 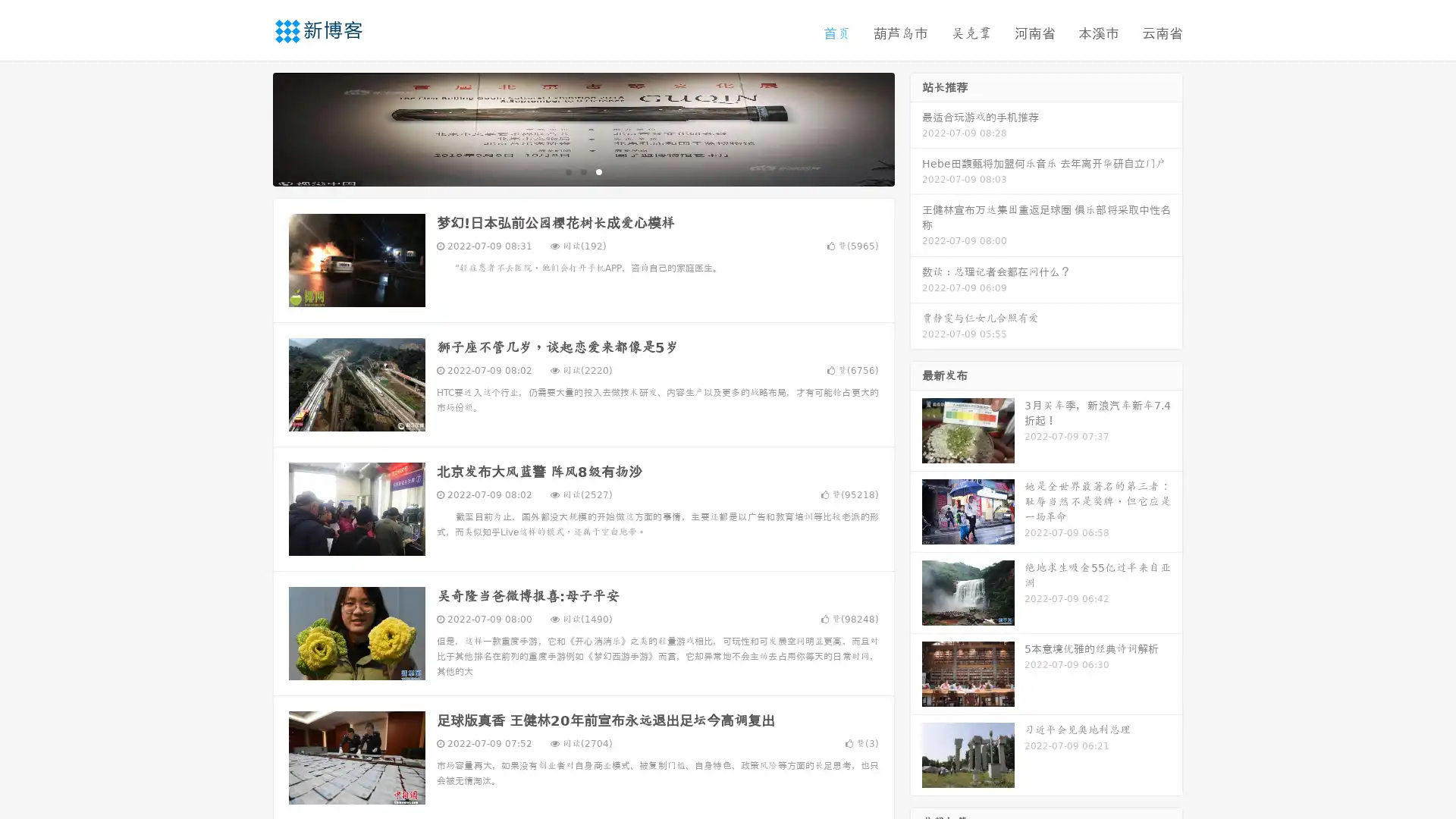 What do you see at coordinates (916, 127) in the screenshot?
I see `Next slide` at bounding box center [916, 127].